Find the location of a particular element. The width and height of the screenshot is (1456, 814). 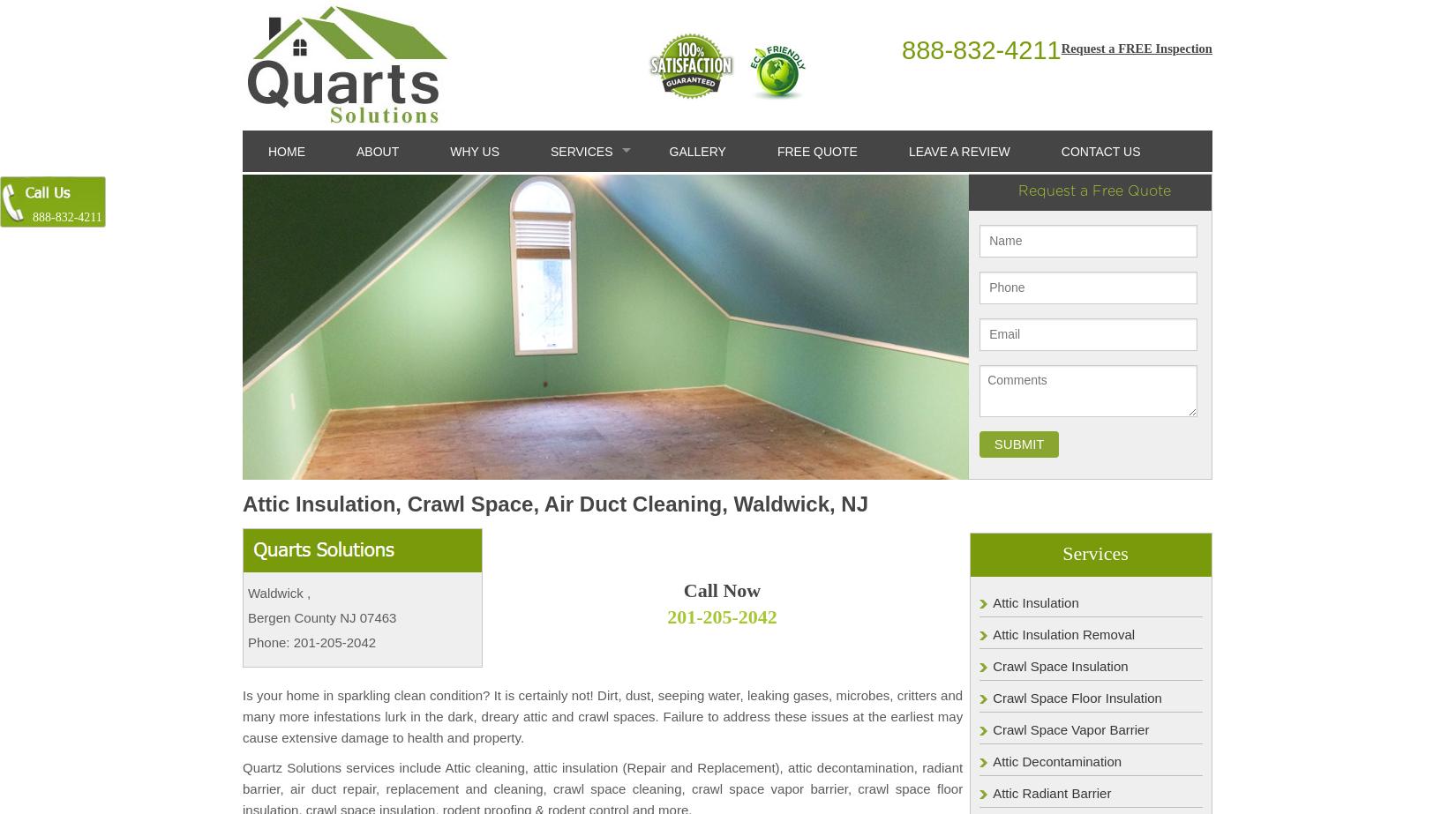

'Services' is located at coordinates (1093, 551).